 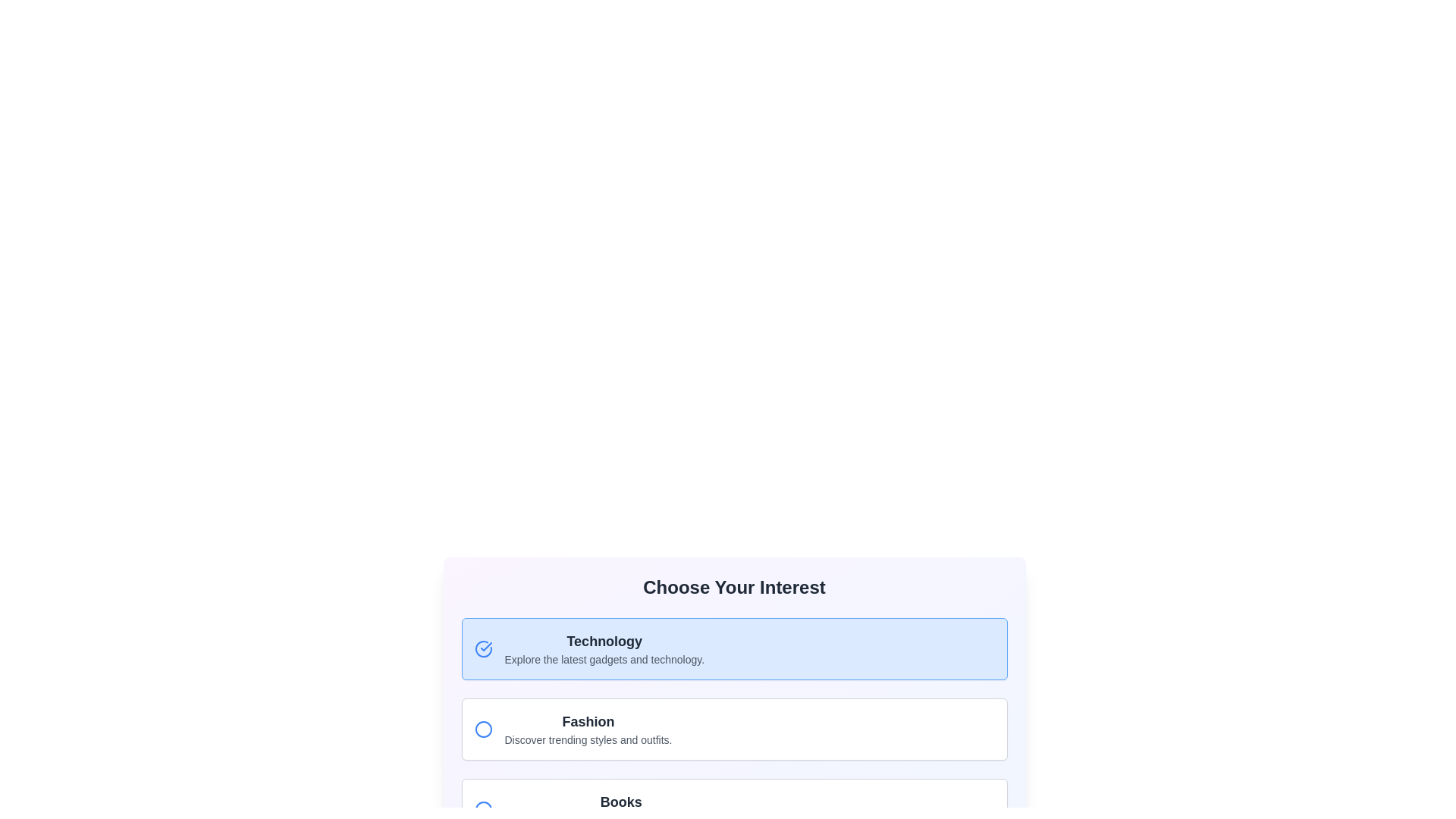 I want to click on the Text Display element that shows 'Technology' with a subtitle, so click(x=604, y=648).